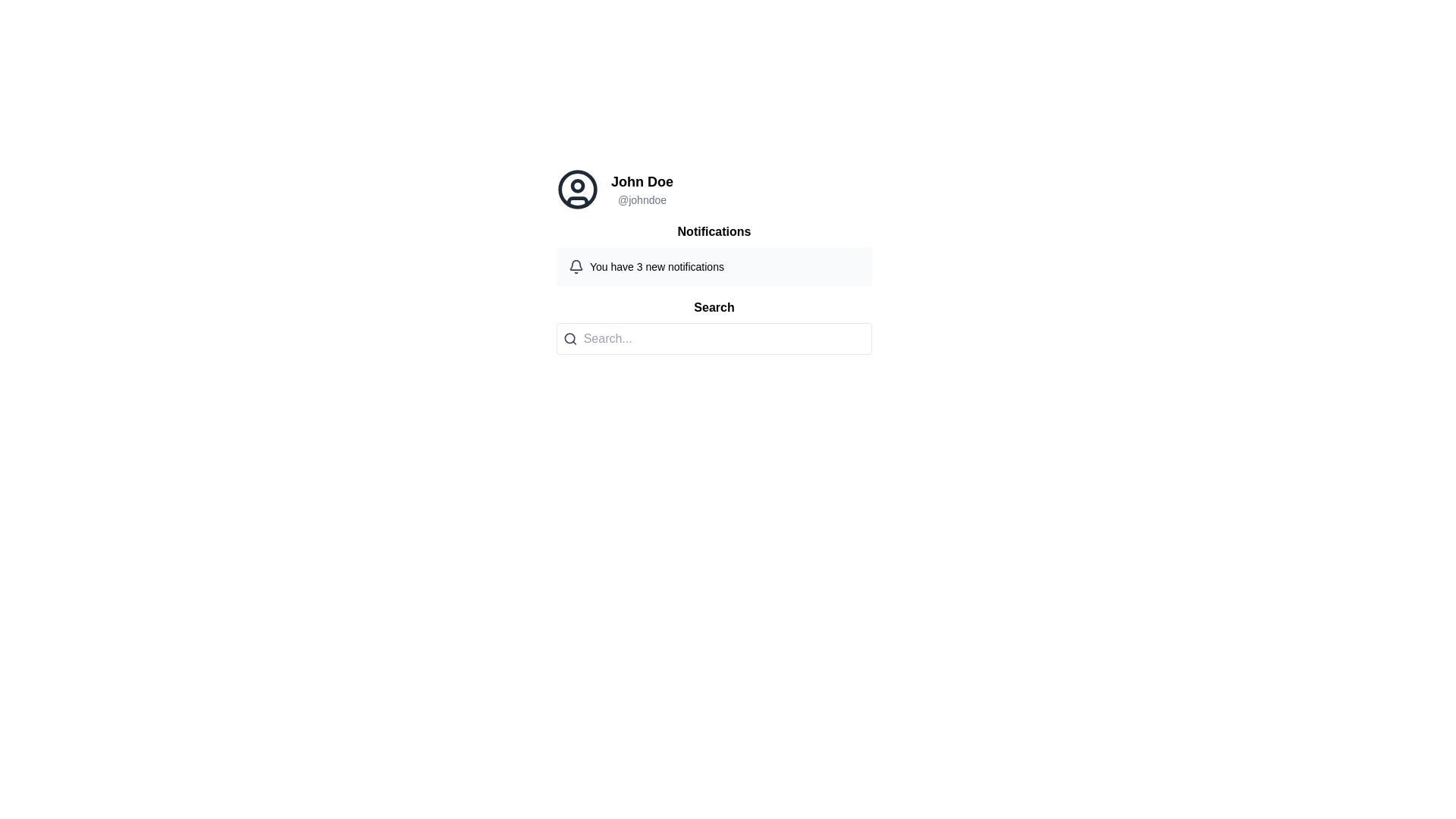 The image size is (1456, 819). What do you see at coordinates (713, 231) in the screenshot?
I see `text of the 'Notifications' header, which is a bold and prominent label located above the notification details and below the user profile section` at bounding box center [713, 231].